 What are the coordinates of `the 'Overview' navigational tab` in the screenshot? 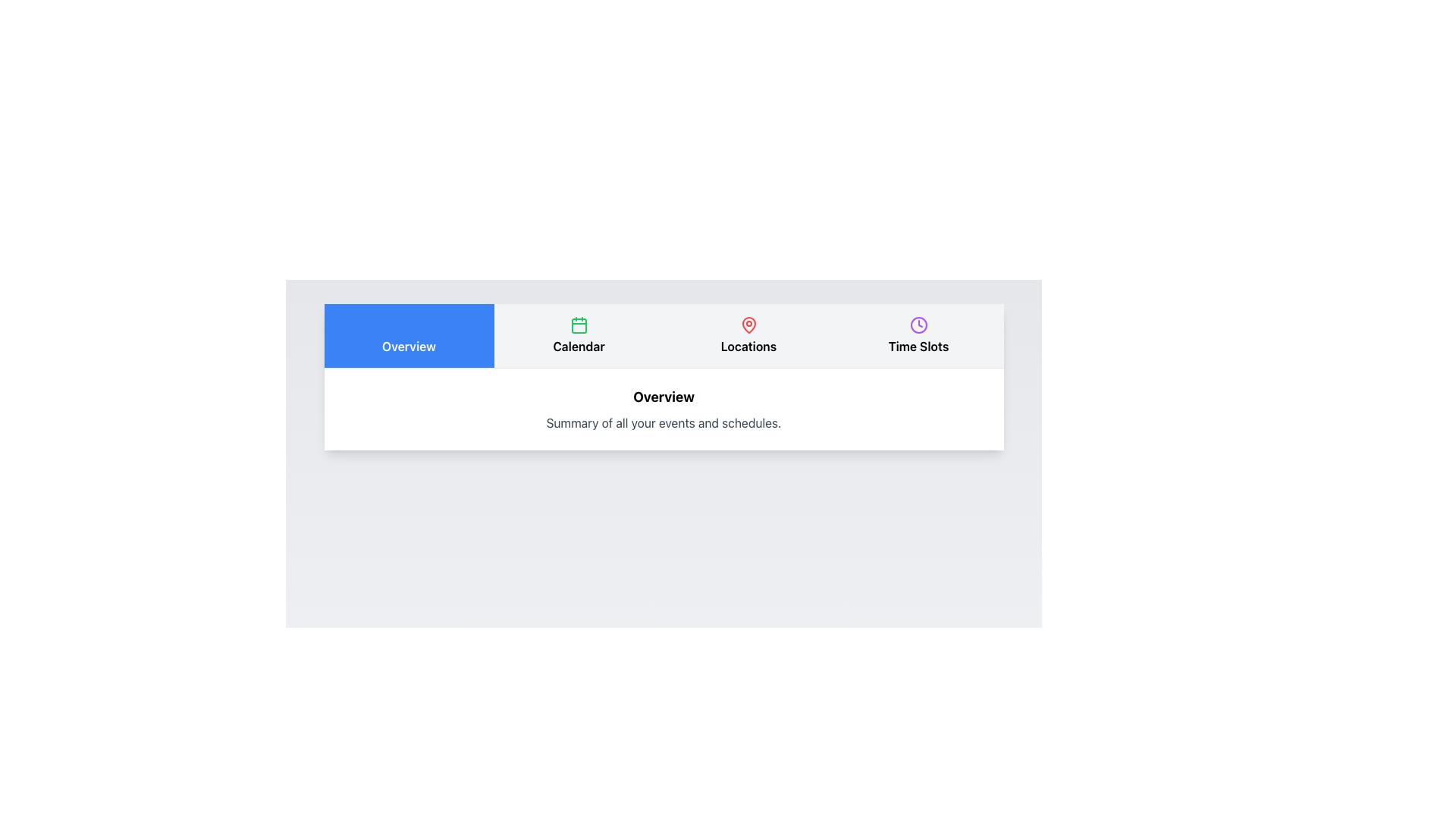 It's located at (409, 335).